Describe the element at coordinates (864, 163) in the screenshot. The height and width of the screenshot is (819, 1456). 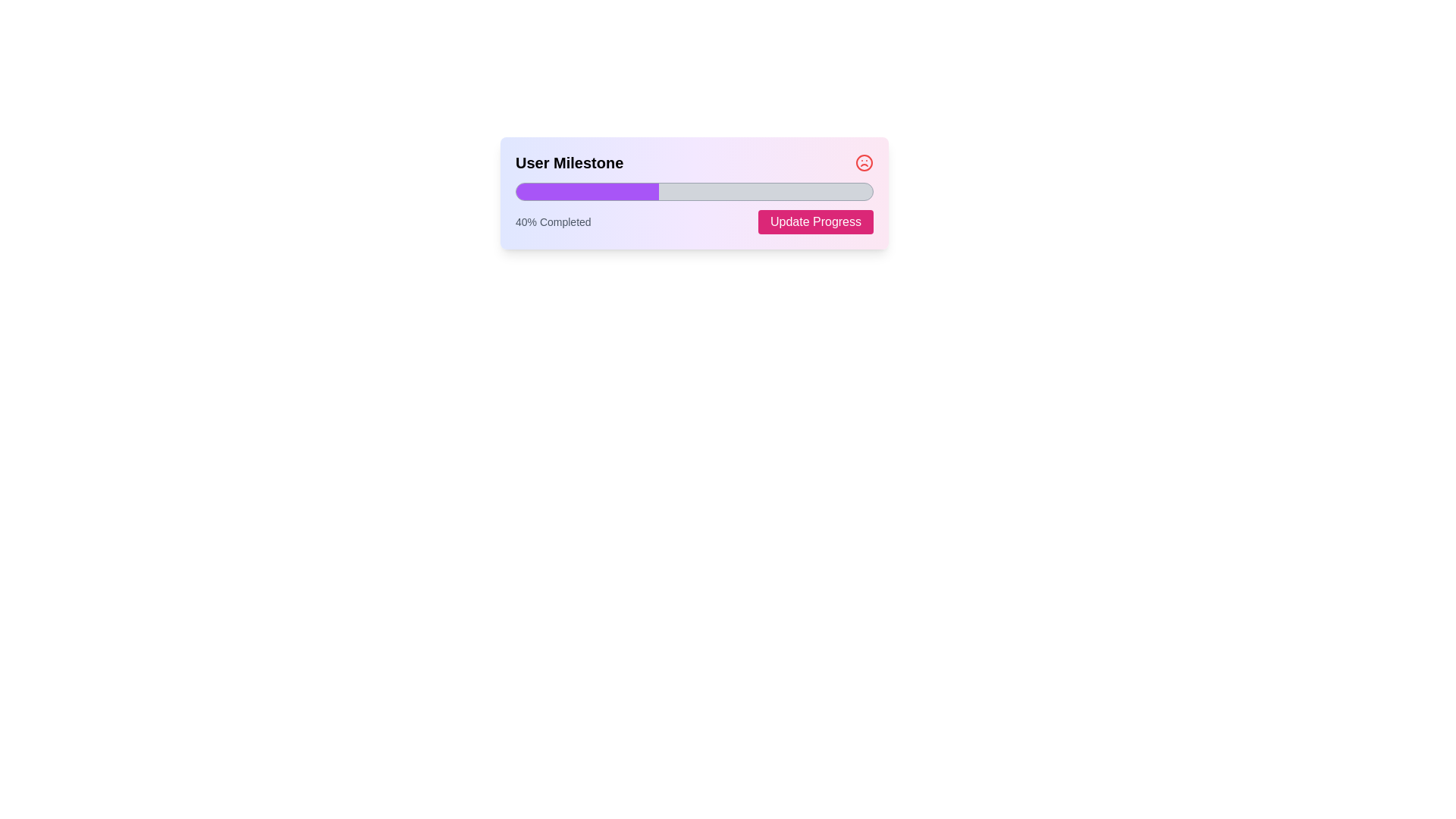
I see `the SVG circle element that forms part of the frown icon, located at the top-right section of the interface within a rectangular card displaying progress information` at that location.